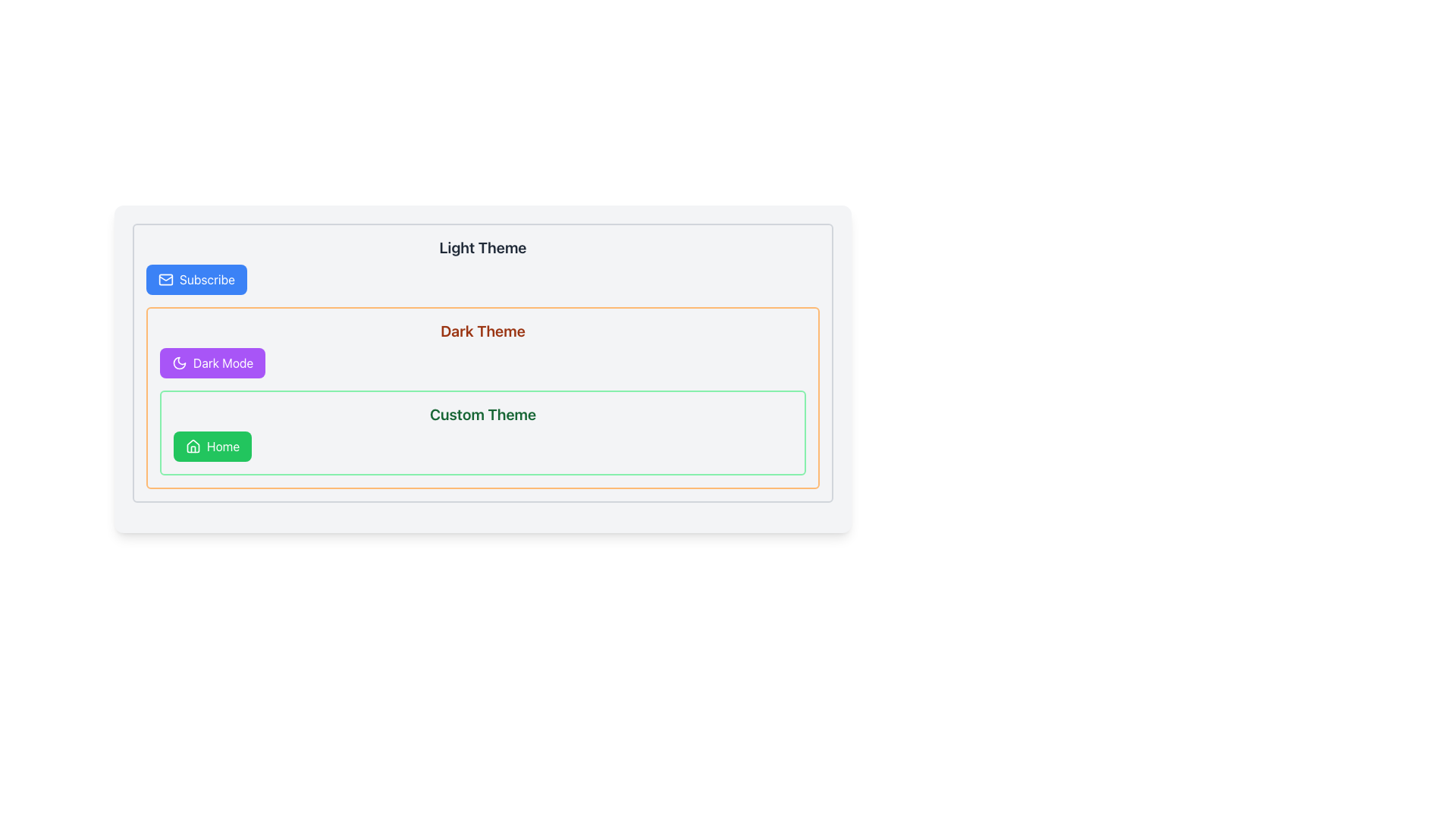  What do you see at coordinates (212, 446) in the screenshot?
I see `the green 'Home' button with rounded corners, featuring a house icon, located in the 'Custom Theme' section` at bounding box center [212, 446].